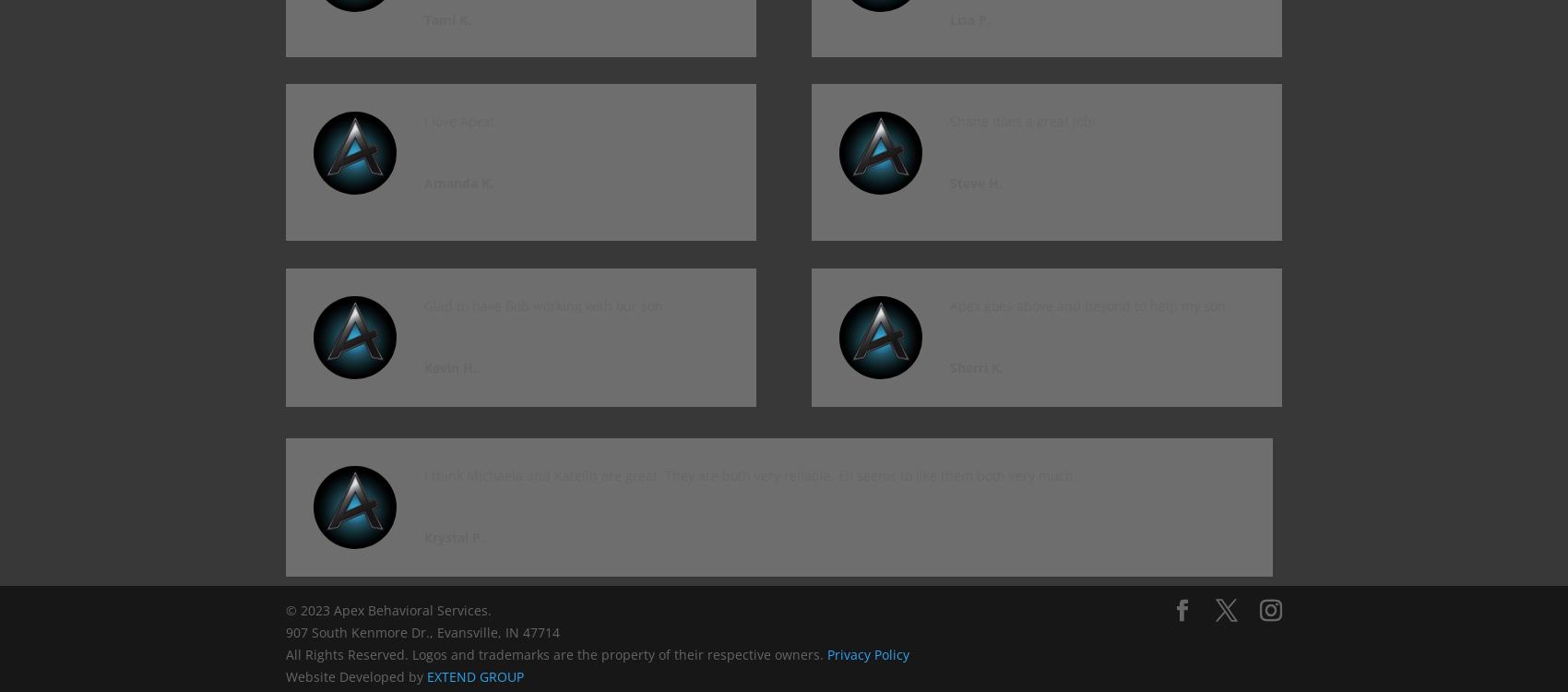 This screenshot has height=692, width=1568. Describe the element at coordinates (749, 475) in the screenshot. I see `'I think Michaela and Katelin are great. They are both very reliable. Eli seems to like them both very much.'` at that location.